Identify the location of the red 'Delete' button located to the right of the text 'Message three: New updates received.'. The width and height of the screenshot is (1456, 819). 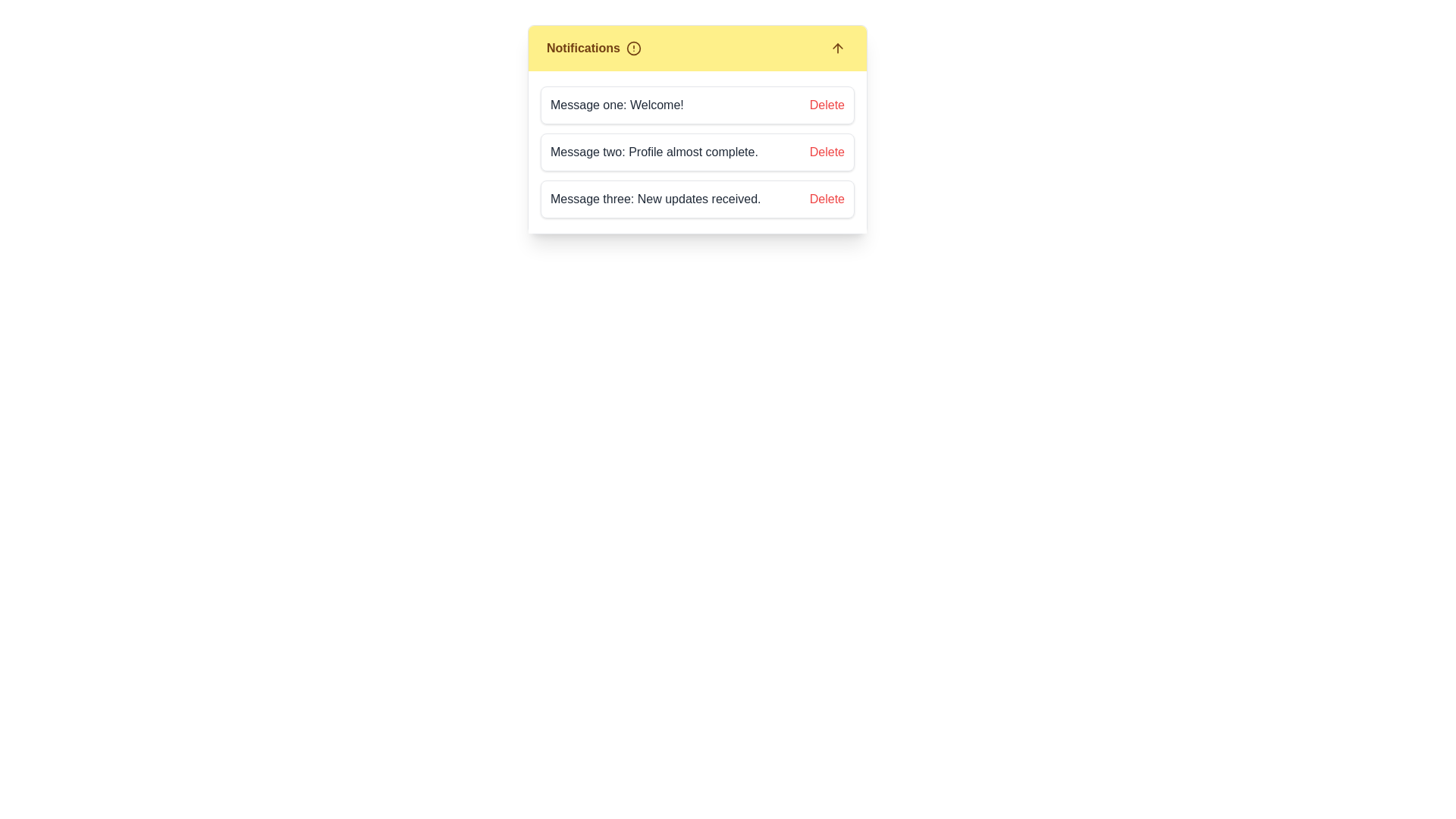
(826, 198).